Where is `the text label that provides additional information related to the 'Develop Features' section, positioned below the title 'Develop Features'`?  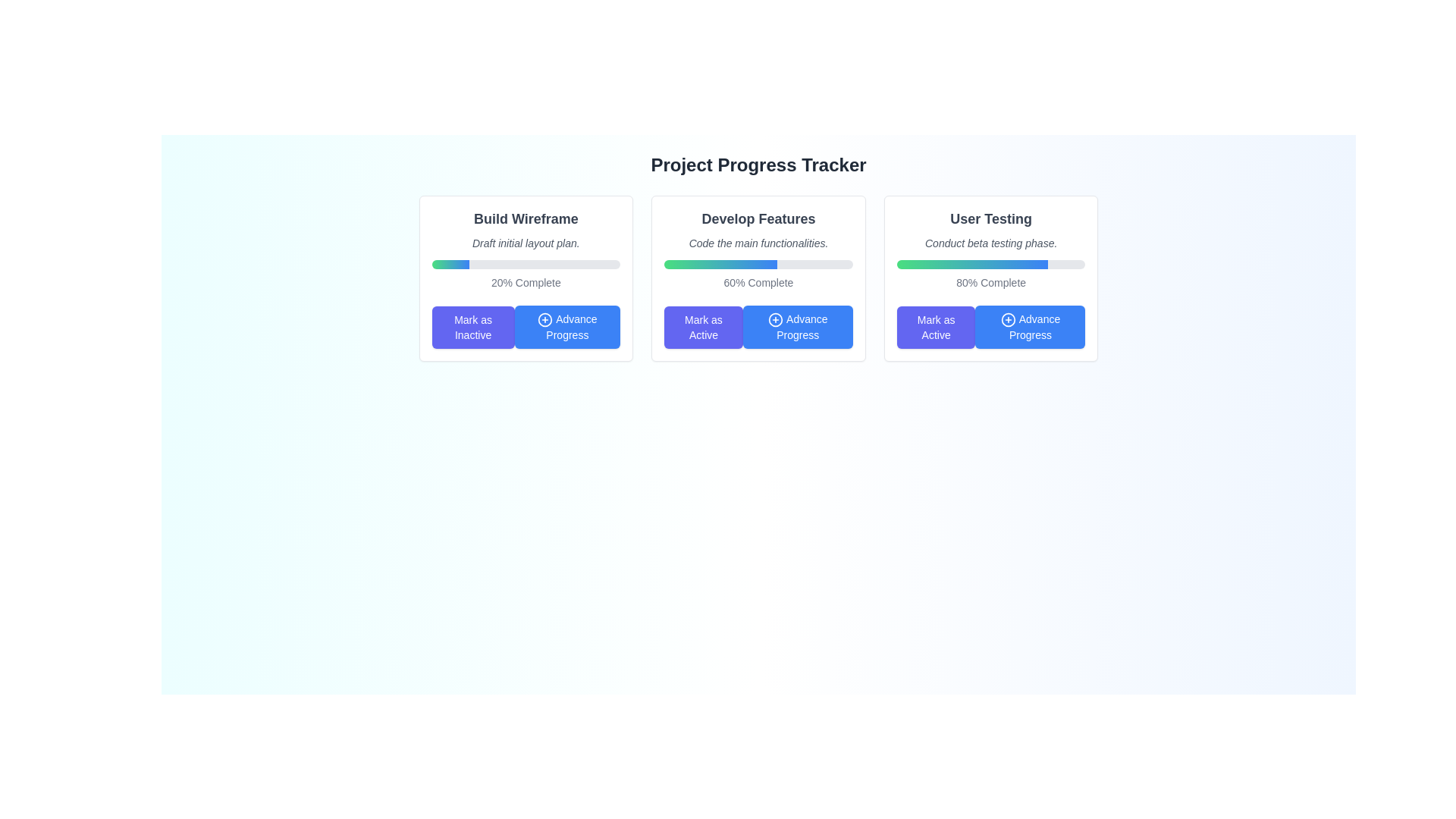
the text label that provides additional information related to the 'Develop Features' section, positioned below the title 'Develop Features' is located at coordinates (758, 242).